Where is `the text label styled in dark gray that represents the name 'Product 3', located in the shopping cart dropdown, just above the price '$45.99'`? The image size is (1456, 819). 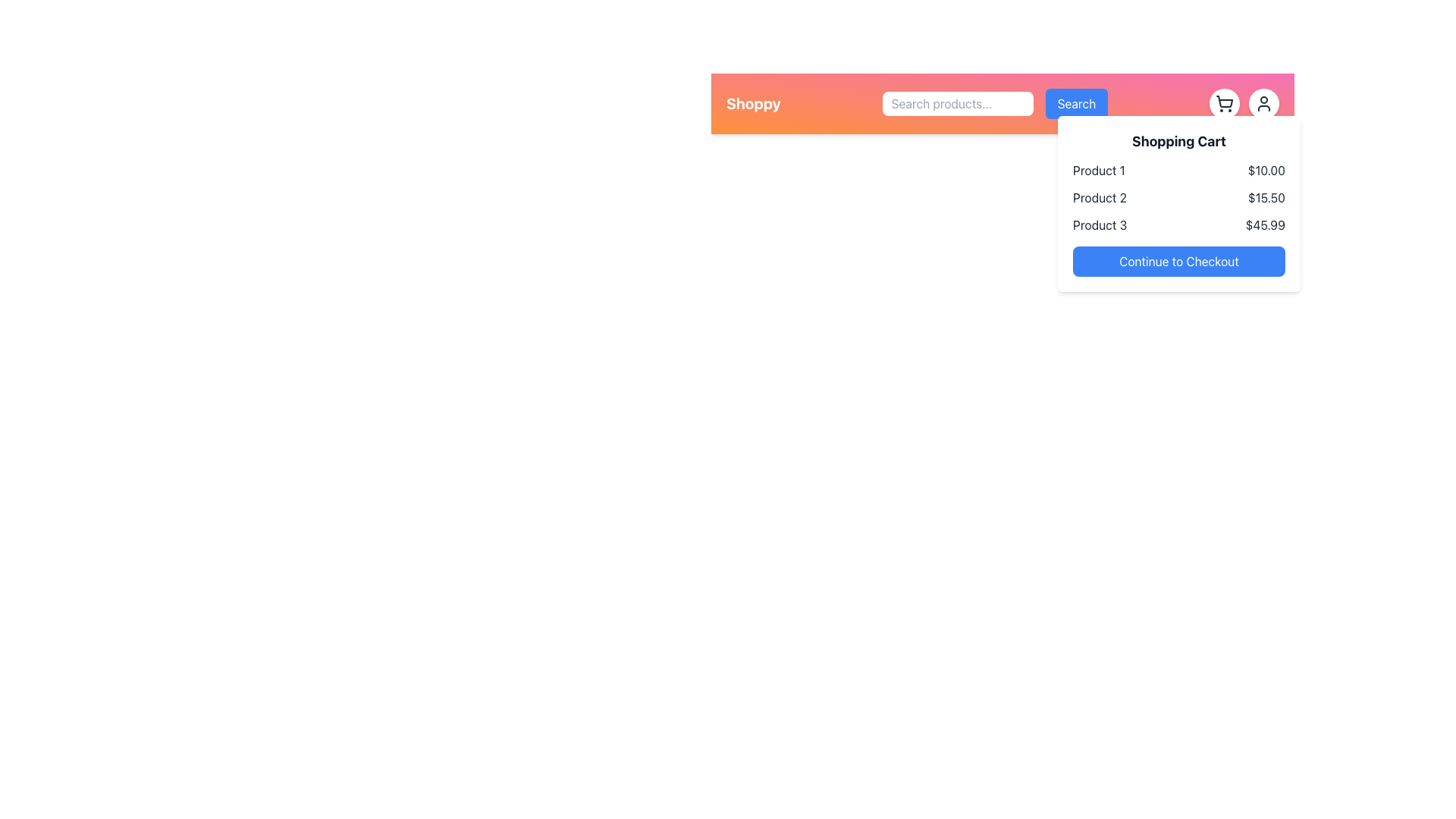 the text label styled in dark gray that represents the name 'Product 3', located in the shopping cart dropdown, just above the price '$45.99' is located at coordinates (1100, 225).